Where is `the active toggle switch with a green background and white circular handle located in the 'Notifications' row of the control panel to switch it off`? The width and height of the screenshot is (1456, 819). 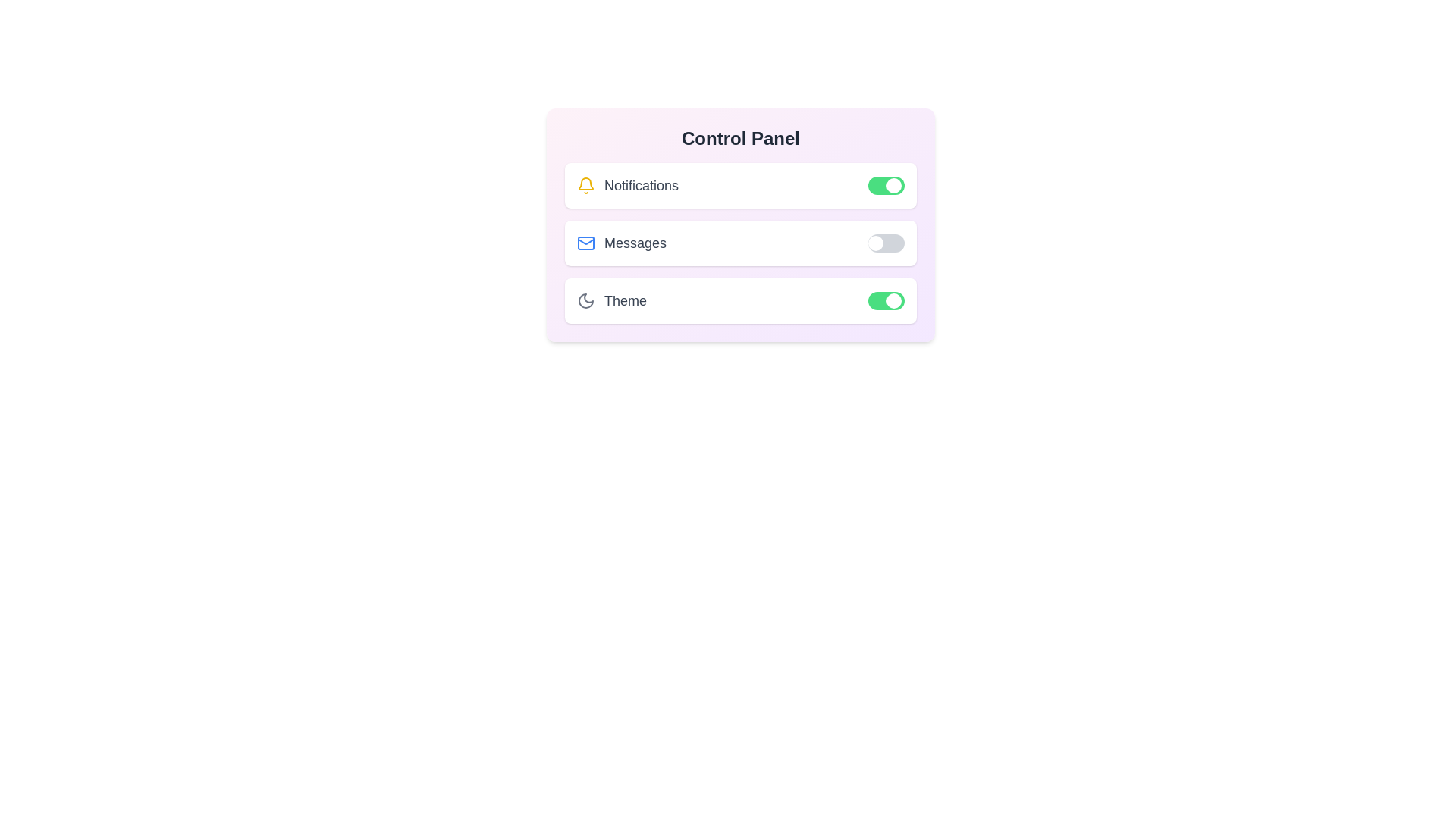
the active toggle switch with a green background and white circular handle located in the 'Notifications' row of the control panel to switch it off is located at coordinates (886, 185).